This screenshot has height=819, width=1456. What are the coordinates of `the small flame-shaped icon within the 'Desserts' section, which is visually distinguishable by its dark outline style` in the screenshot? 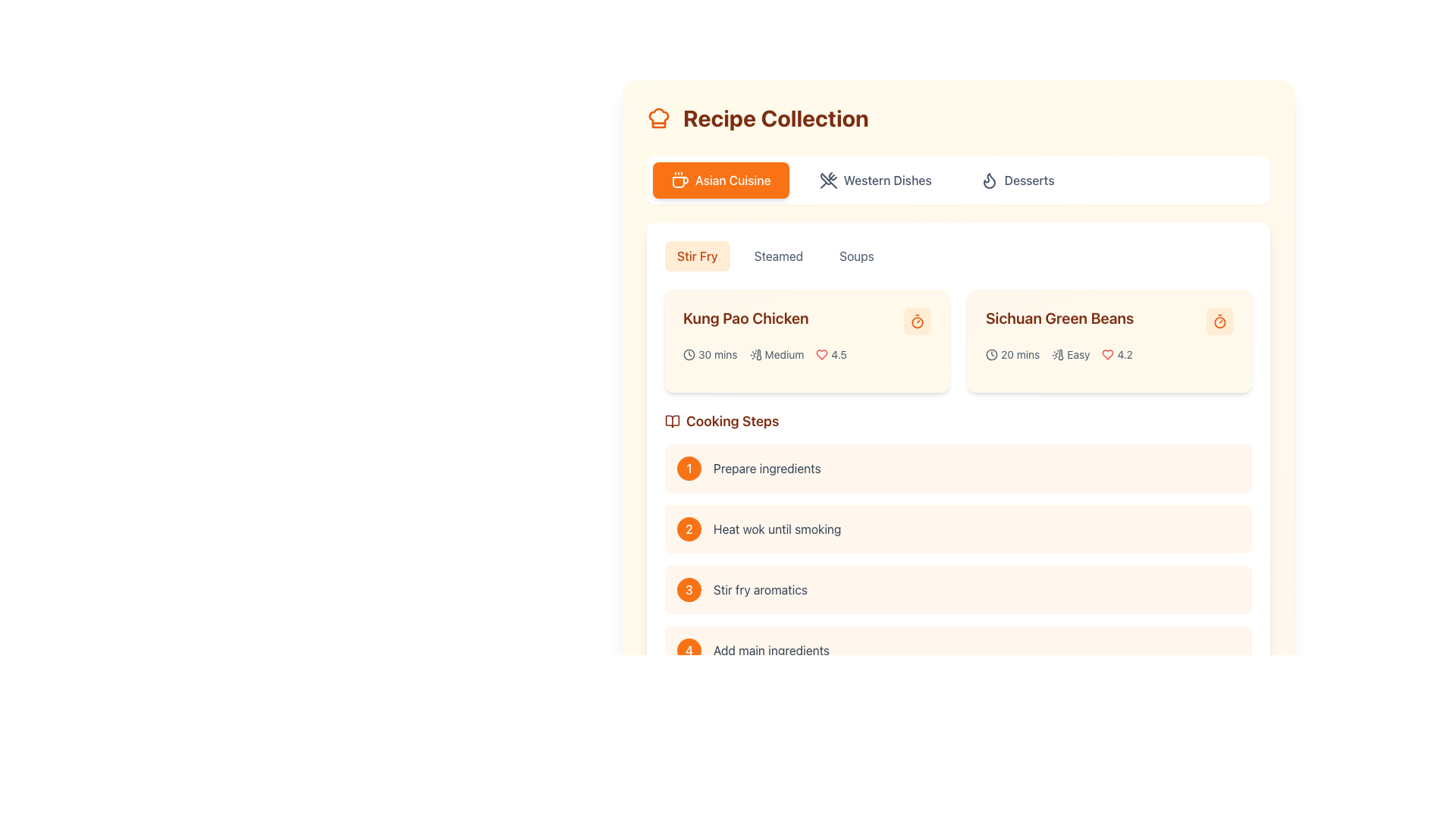 It's located at (989, 180).